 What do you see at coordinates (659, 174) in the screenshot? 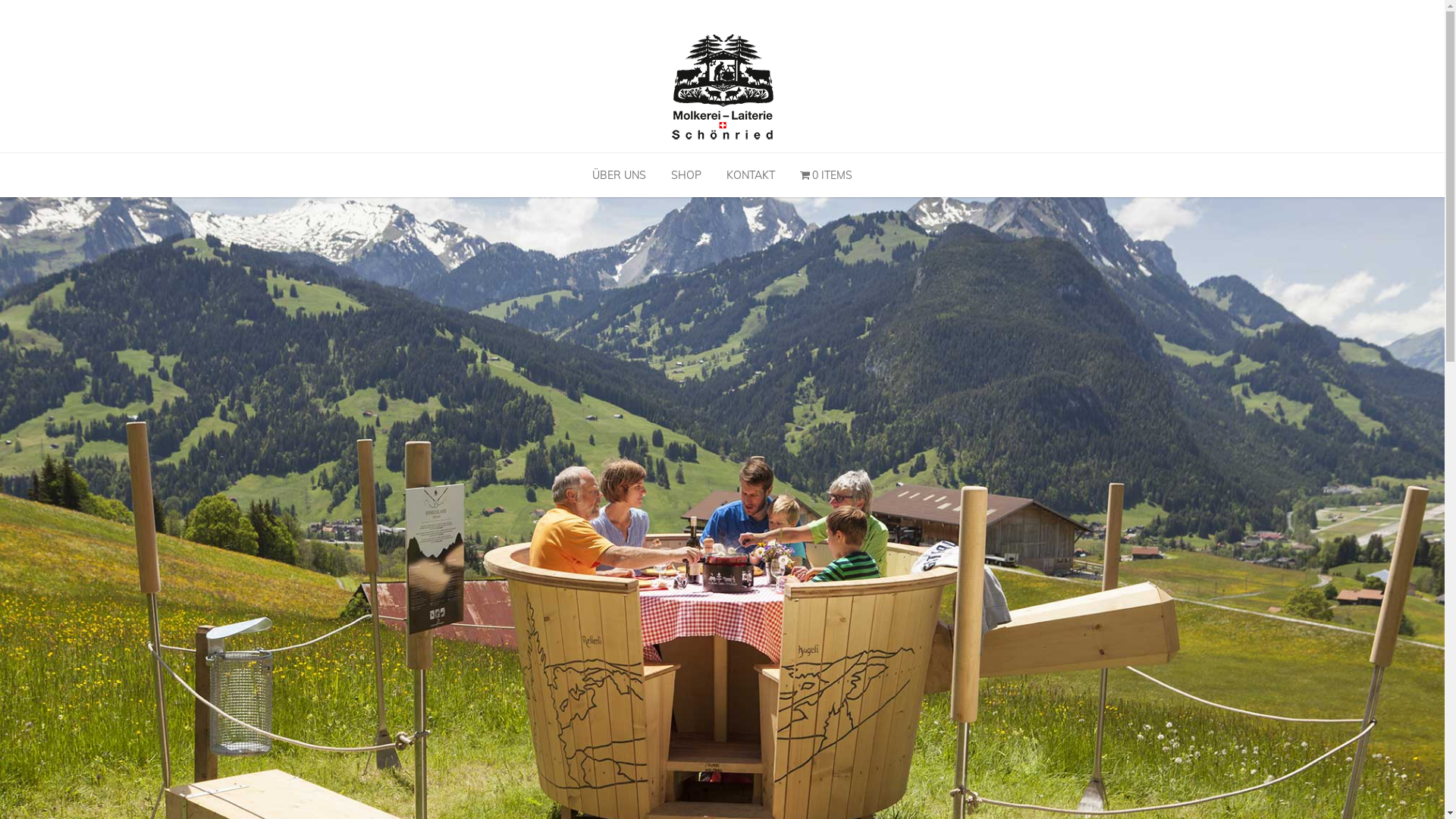
I see `'SHOP'` at bounding box center [659, 174].